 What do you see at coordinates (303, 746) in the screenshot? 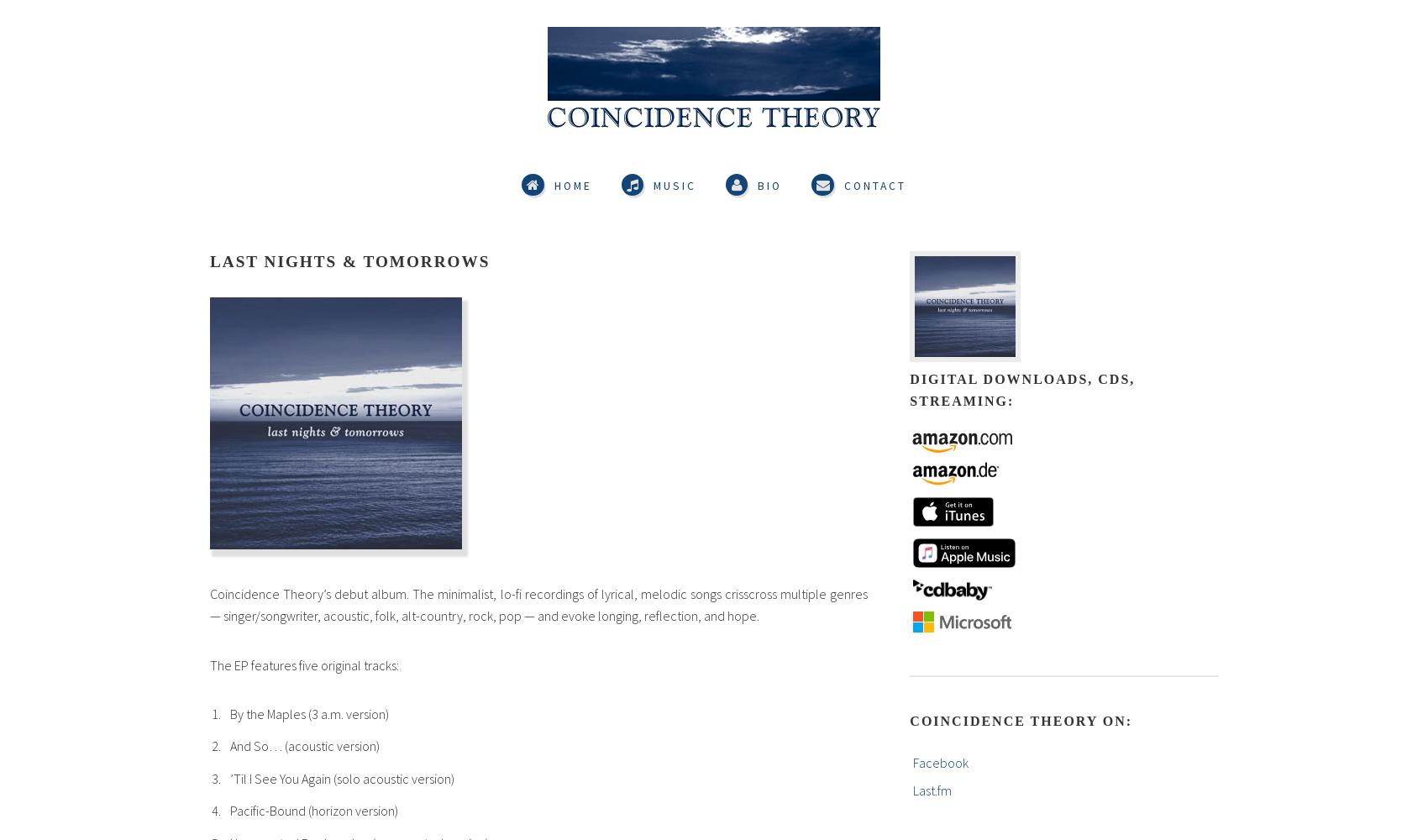
I see `'And So… (acoustic version)'` at bounding box center [303, 746].